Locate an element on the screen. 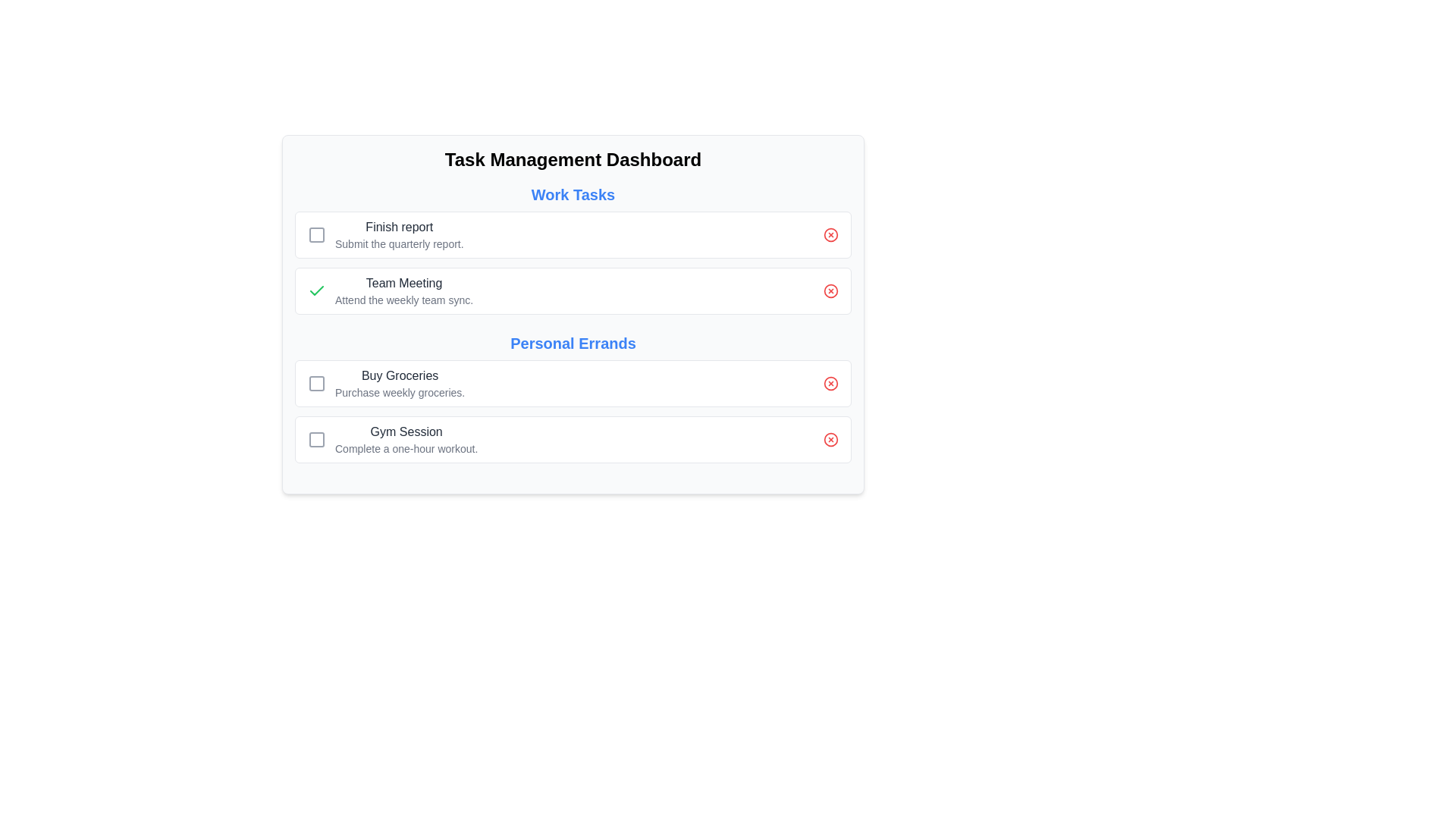 This screenshot has height=819, width=1456. the static text element providing explanatory context for the 'Buy Groceries' task, which is positioned below 'Personal Errands' and above 'Gym Session' is located at coordinates (400, 391).